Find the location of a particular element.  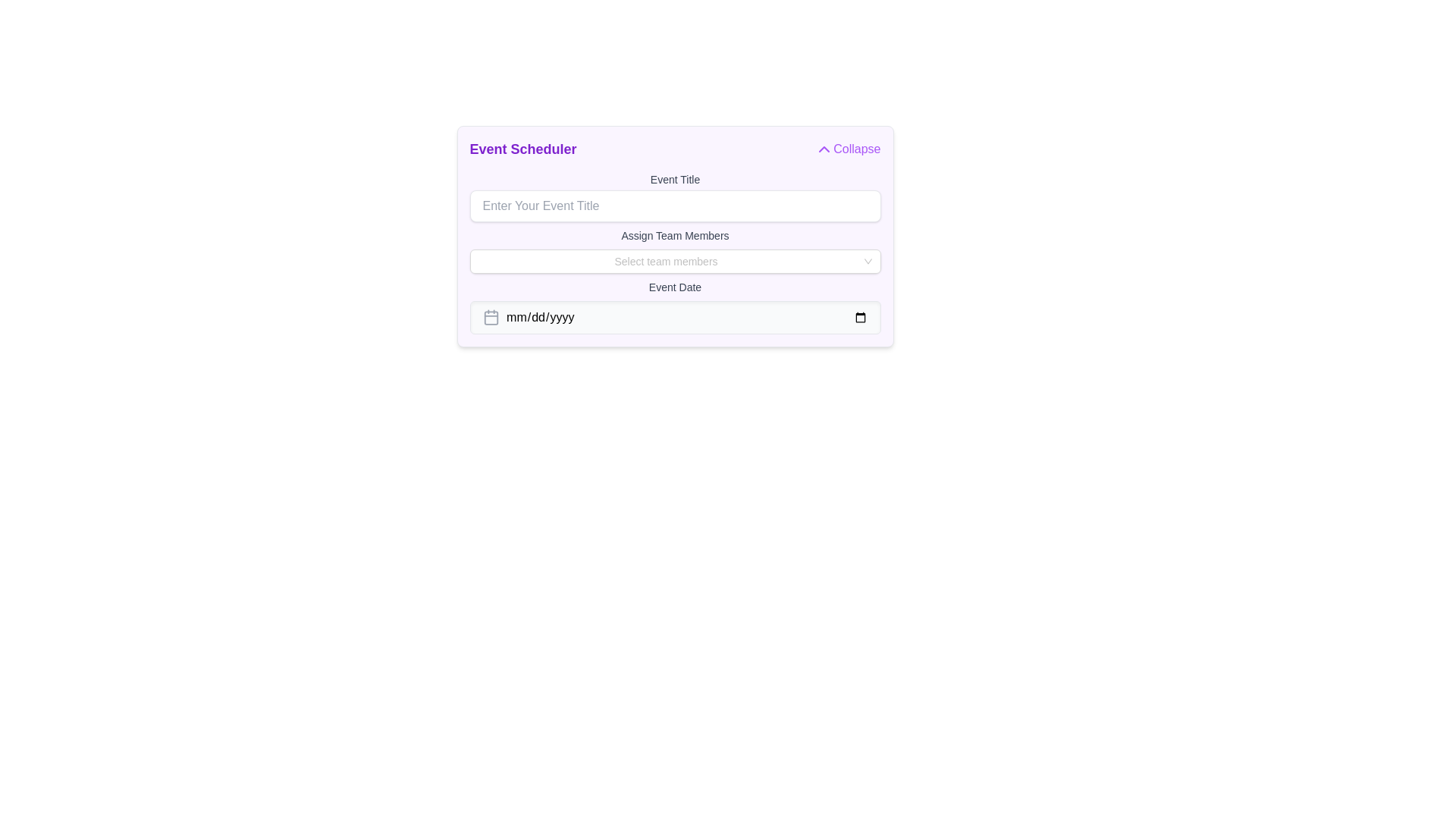

the date input field located centrally under the 'Event Date' label is located at coordinates (686, 317).